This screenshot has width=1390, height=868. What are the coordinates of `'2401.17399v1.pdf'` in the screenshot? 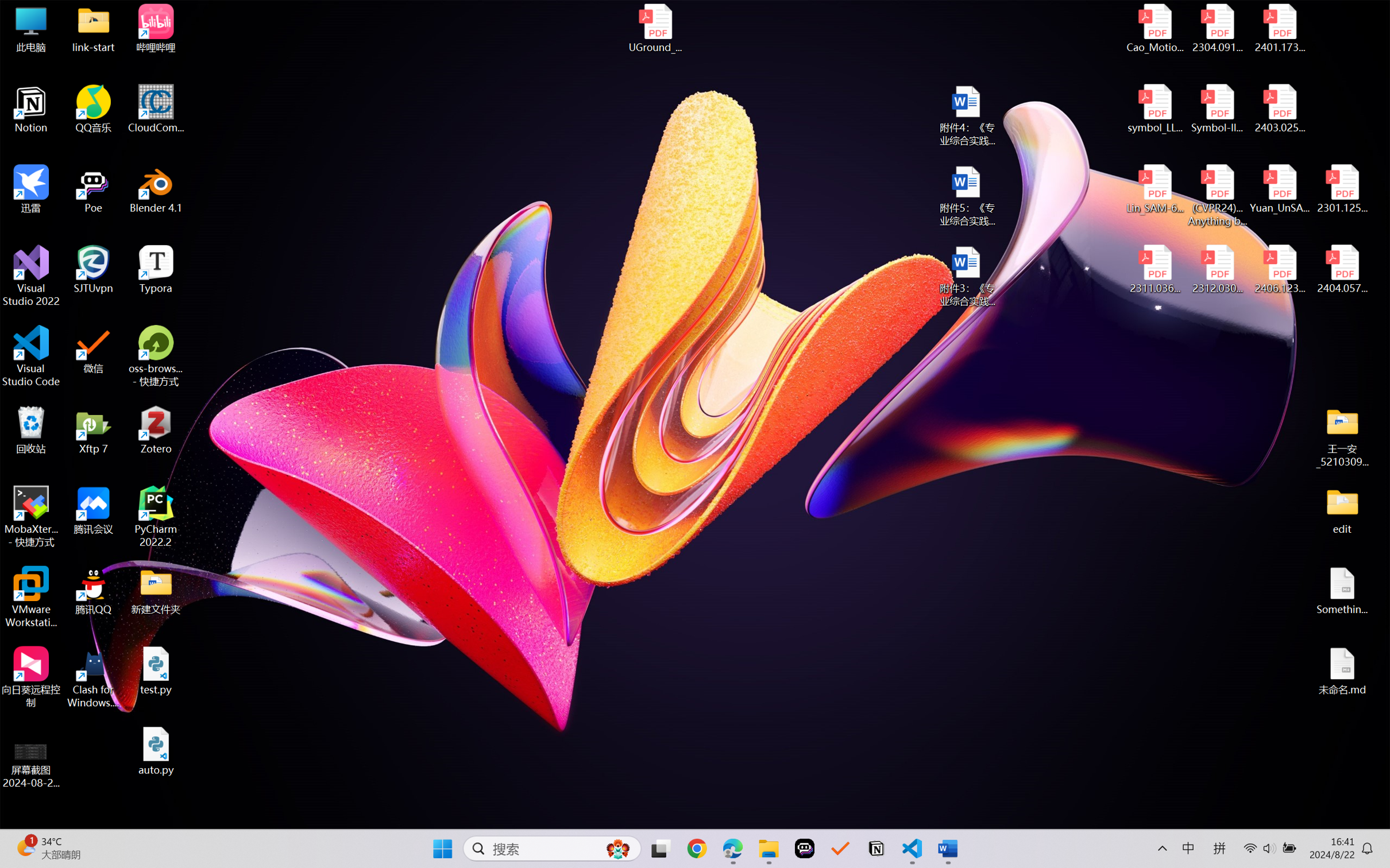 It's located at (1279, 28).